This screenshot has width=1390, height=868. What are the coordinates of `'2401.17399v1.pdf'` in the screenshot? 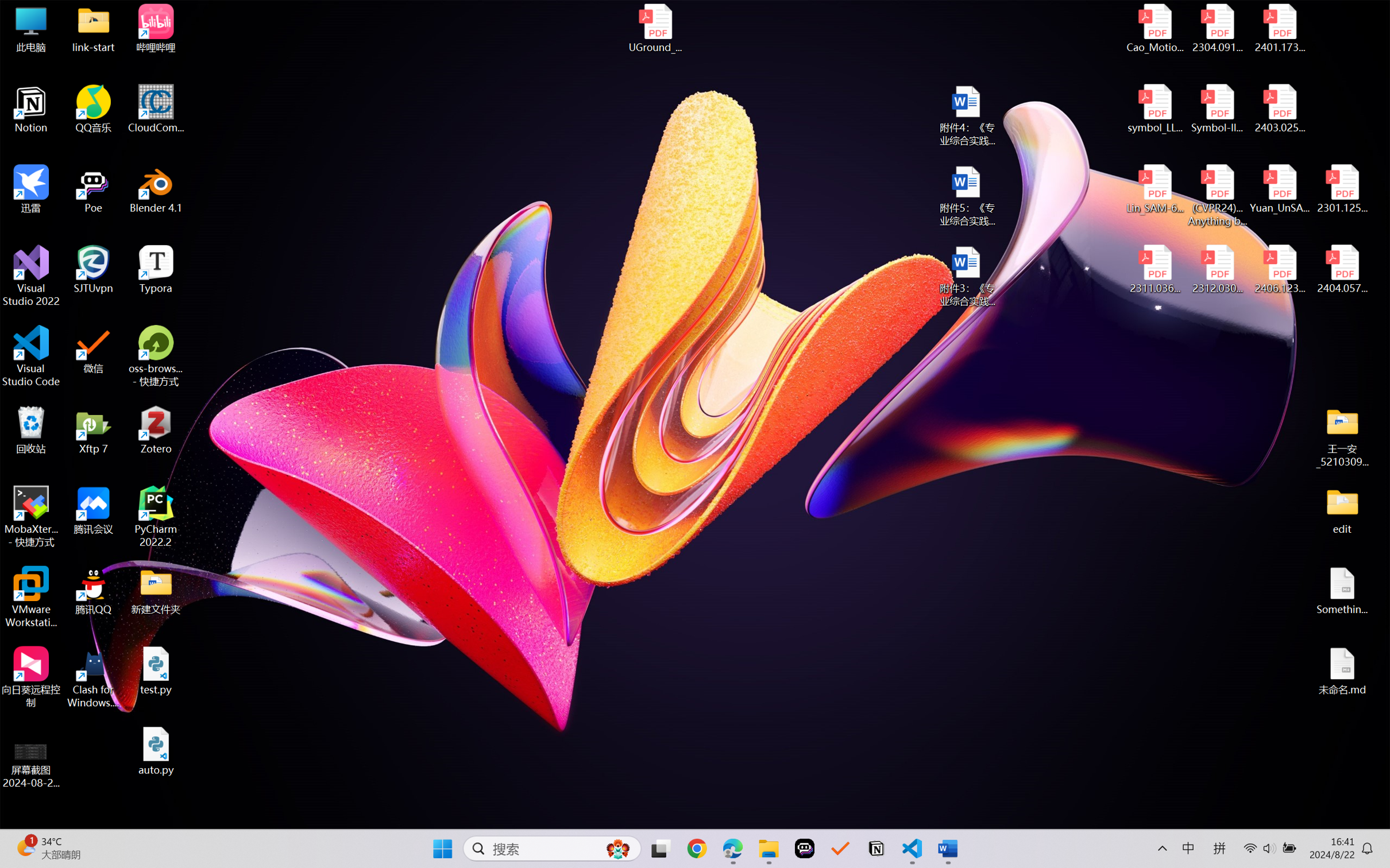 It's located at (1279, 28).